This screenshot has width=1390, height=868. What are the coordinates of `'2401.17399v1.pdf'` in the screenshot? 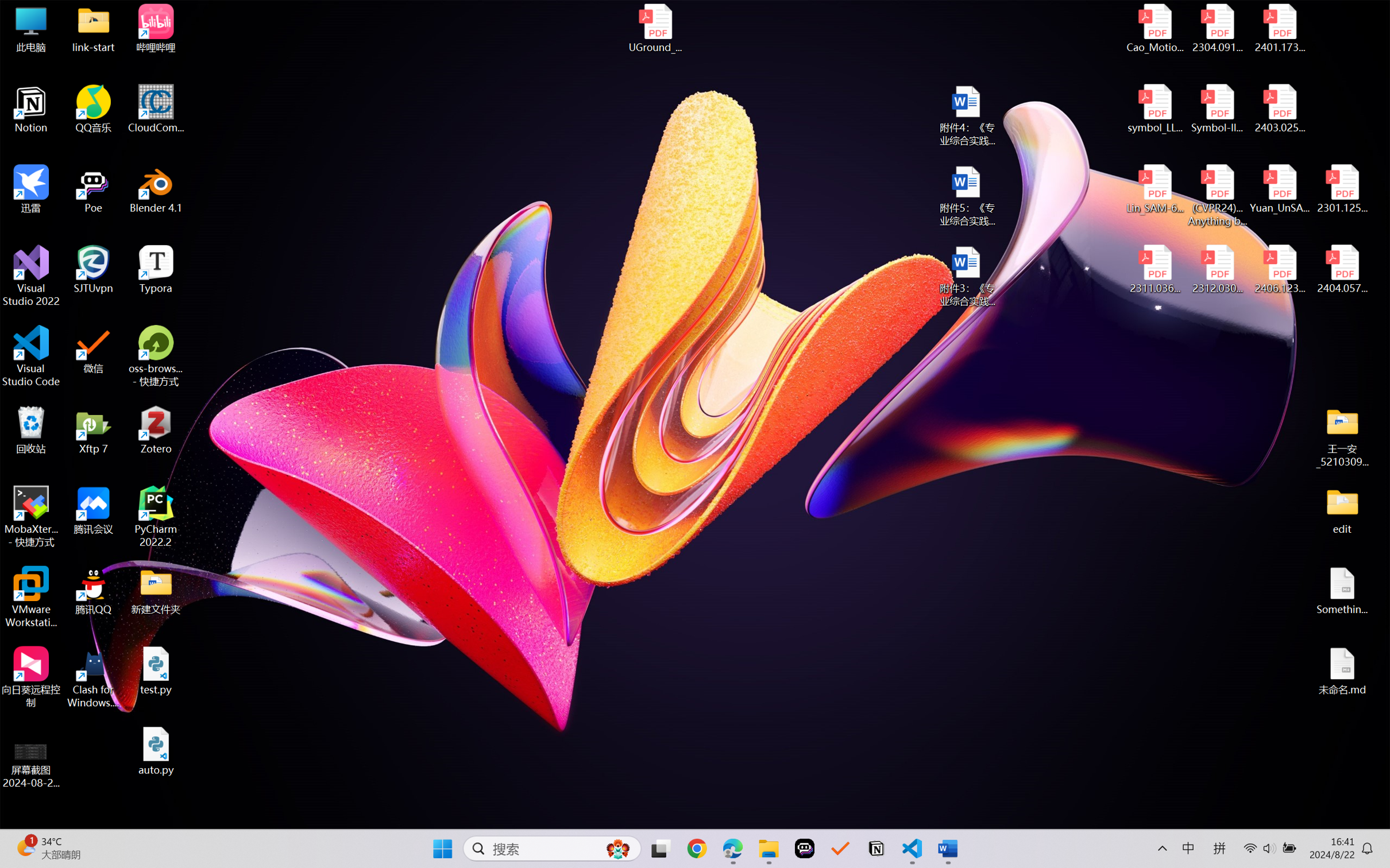 It's located at (1279, 28).